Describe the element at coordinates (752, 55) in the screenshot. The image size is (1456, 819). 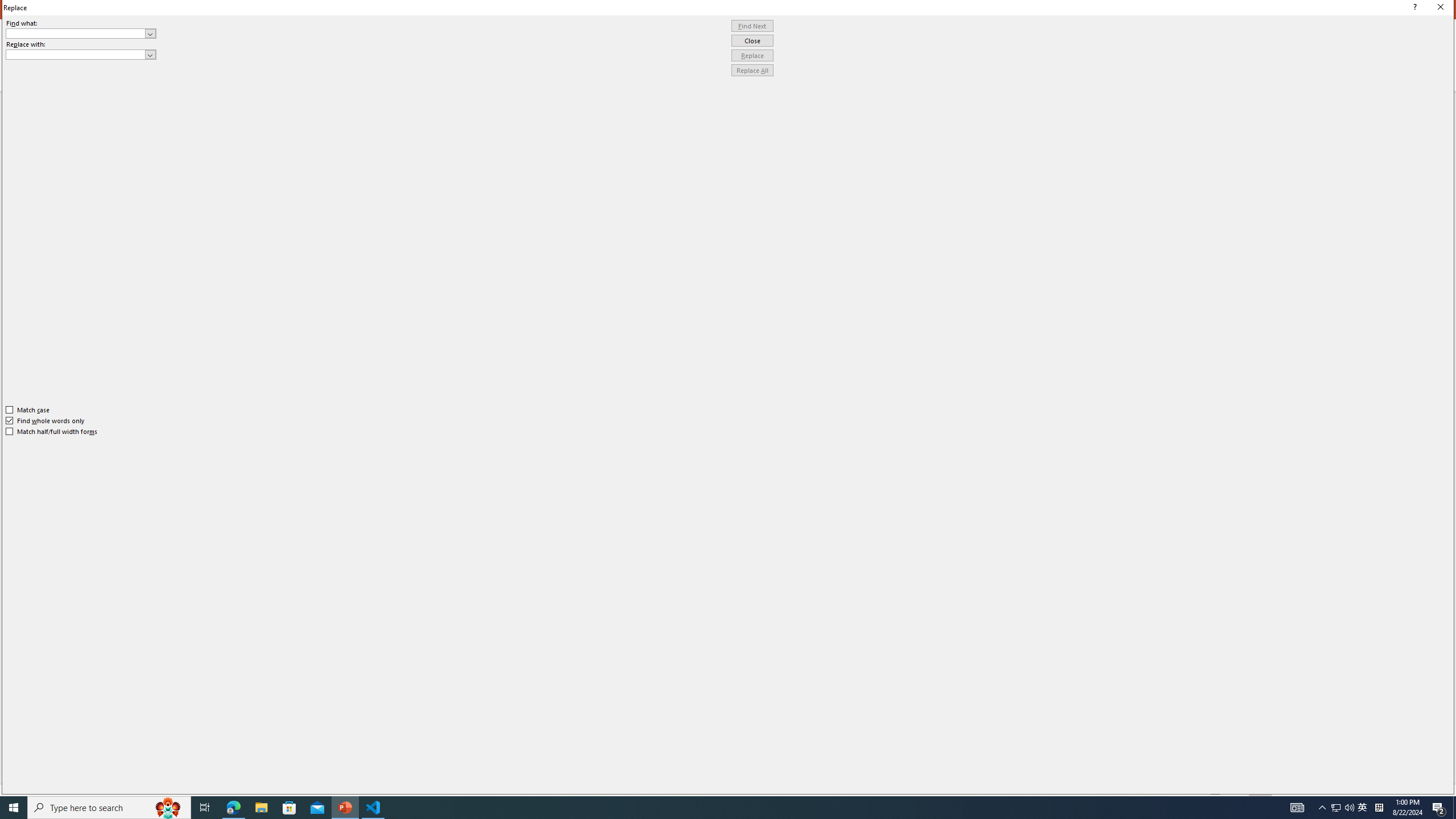
I see `'Replace'` at that location.